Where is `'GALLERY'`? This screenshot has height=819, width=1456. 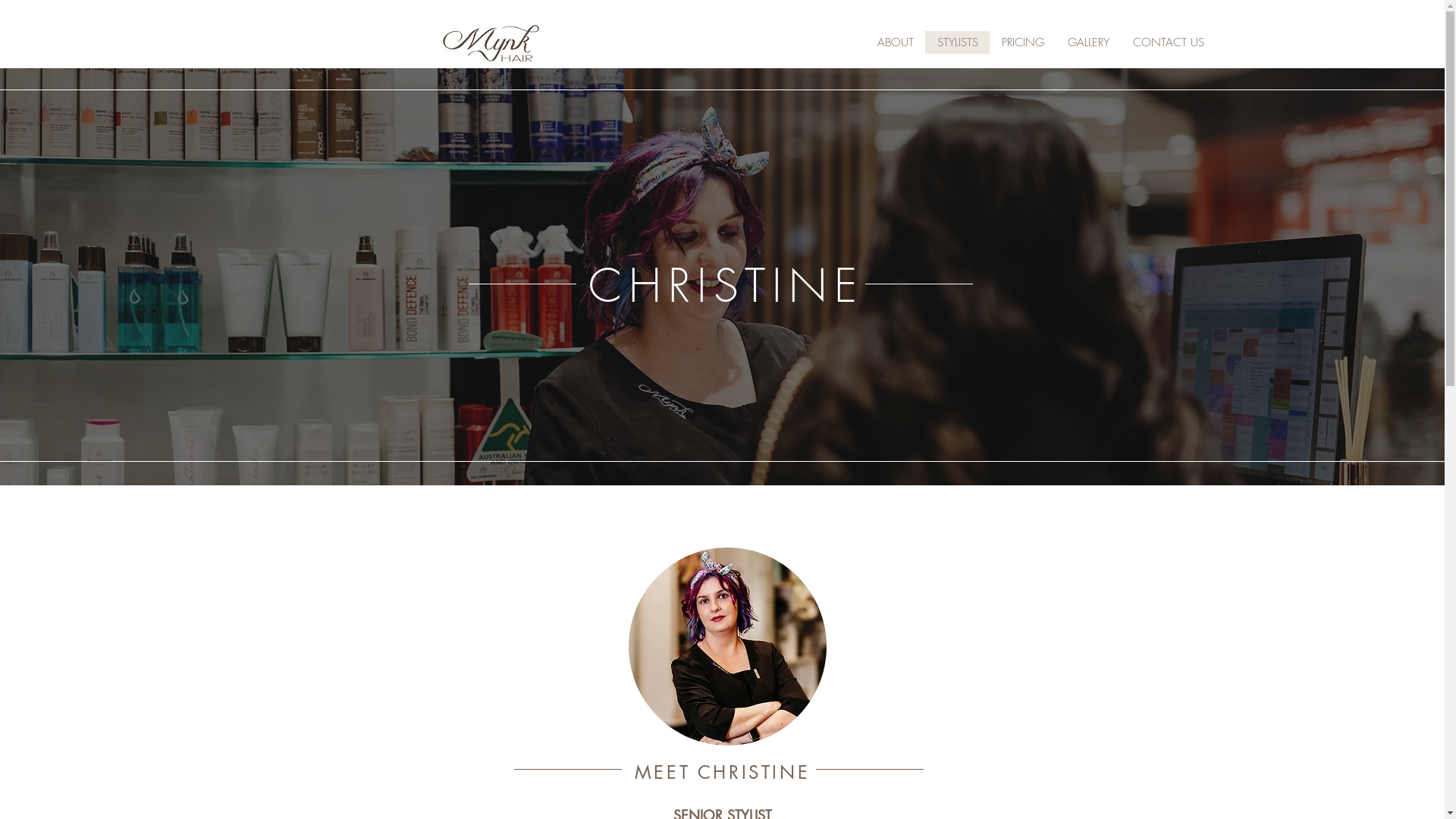
'GALLERY' is located at coordinates (1087, 42).